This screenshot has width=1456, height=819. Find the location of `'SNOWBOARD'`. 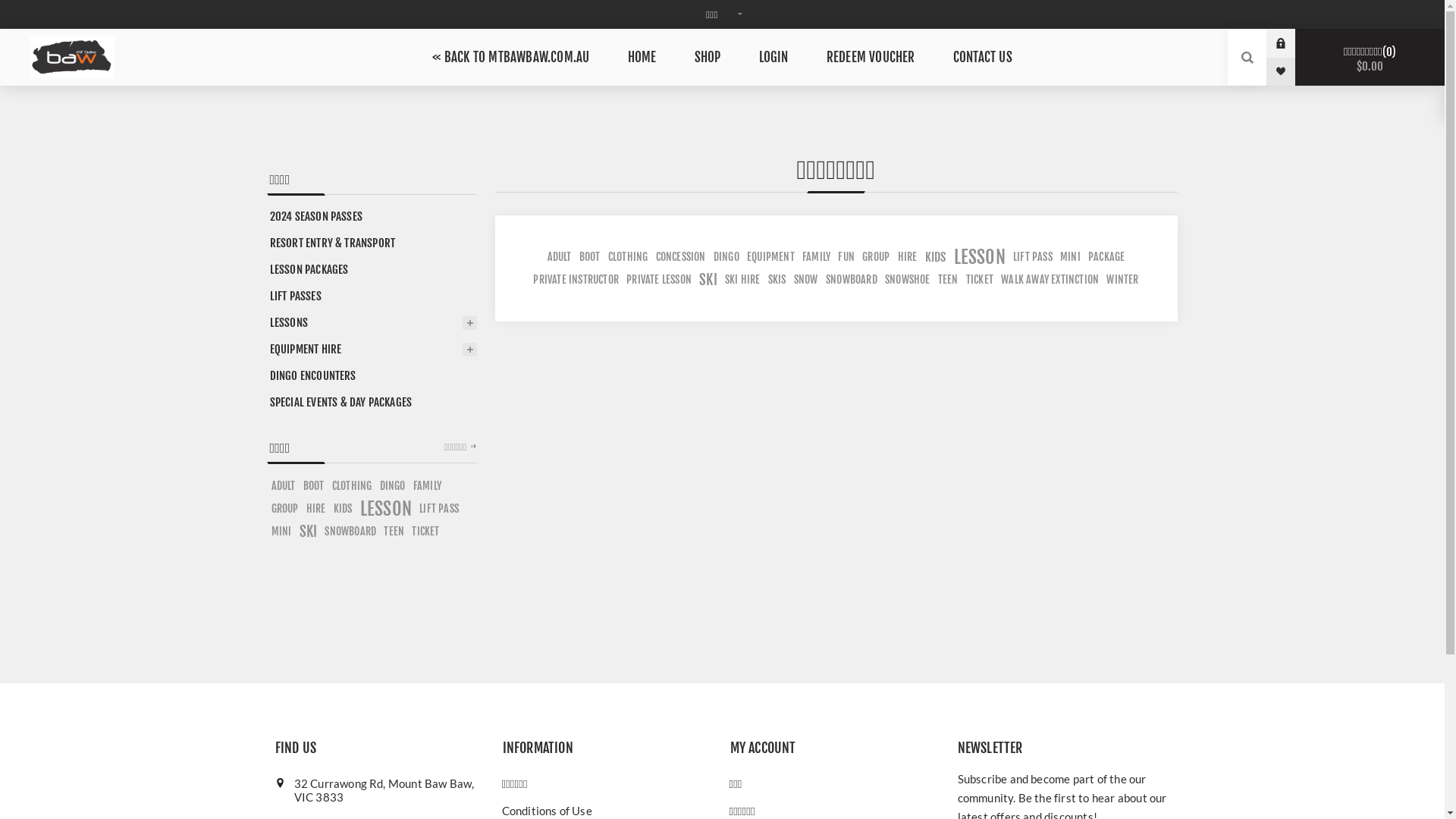

'SNOWBOARD' is located at coordinates (323, 531).